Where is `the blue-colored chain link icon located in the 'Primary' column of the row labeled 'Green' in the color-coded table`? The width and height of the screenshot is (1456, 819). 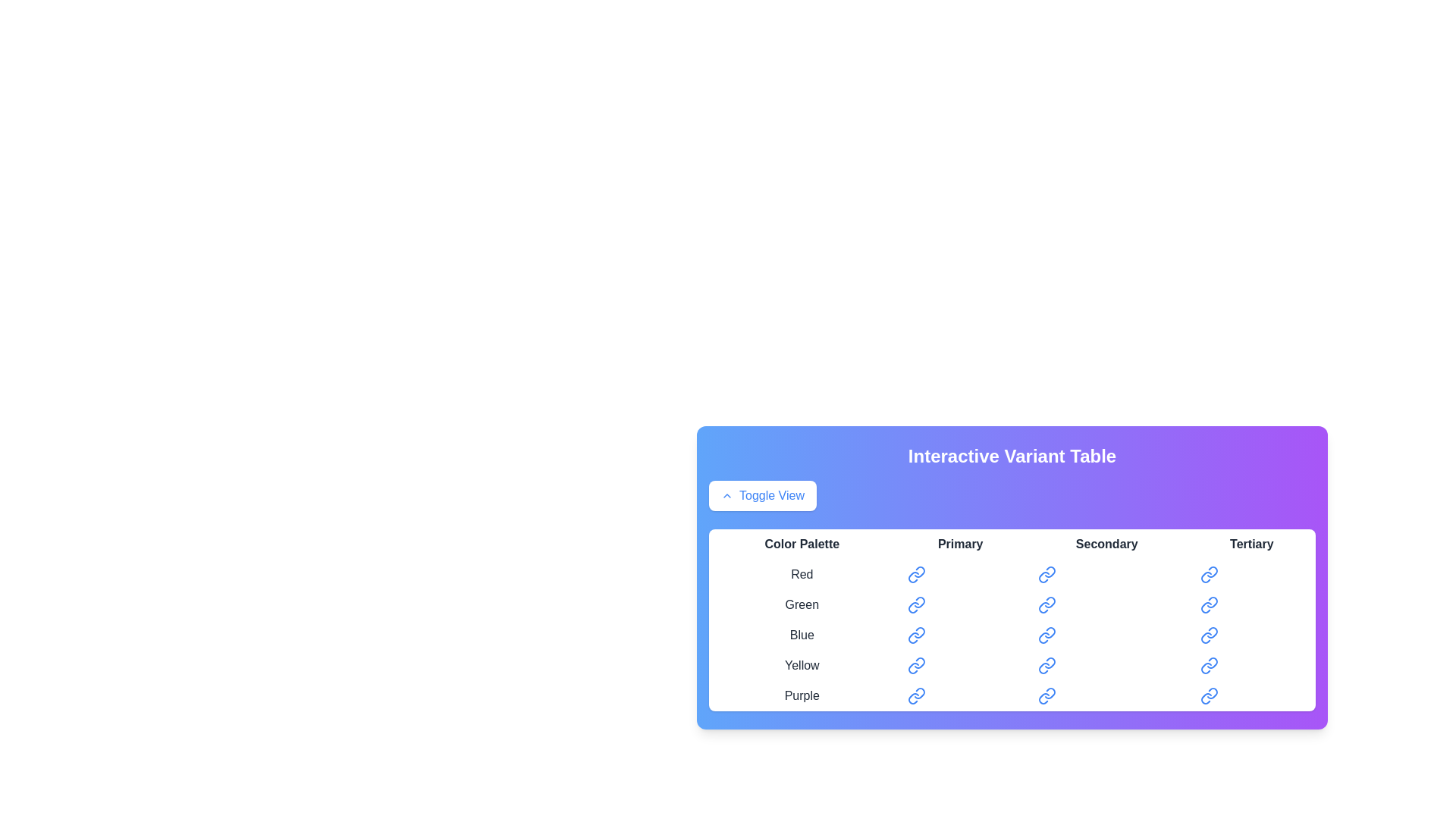
the blue-colored chain link icon located in the 'Primary' column of the row labeled 'Green' in the color-coded table is located at coordinates (918, 601).